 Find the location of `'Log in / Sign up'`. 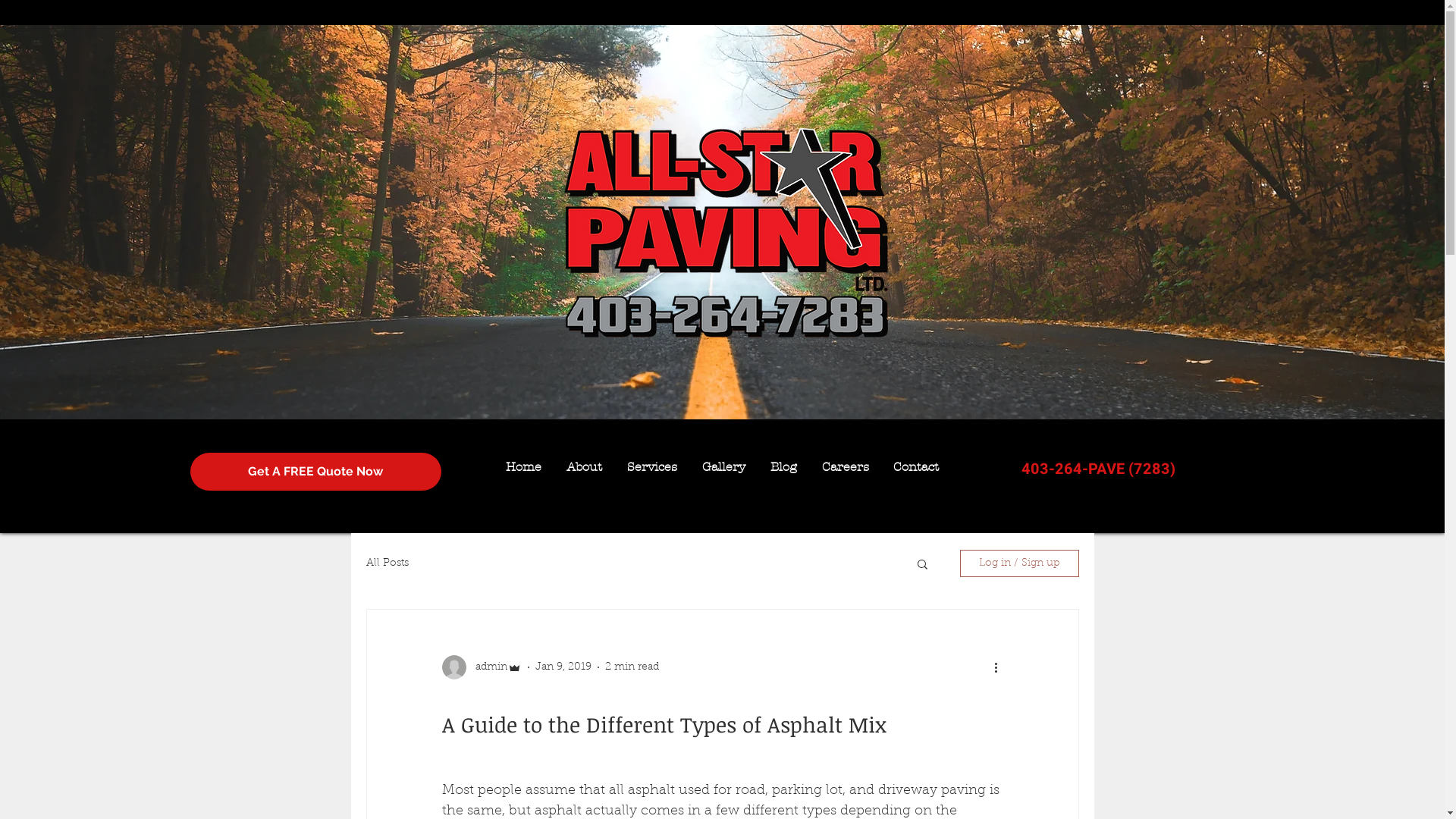

'Log in / Sign up' is located at coordinates (959, 563).